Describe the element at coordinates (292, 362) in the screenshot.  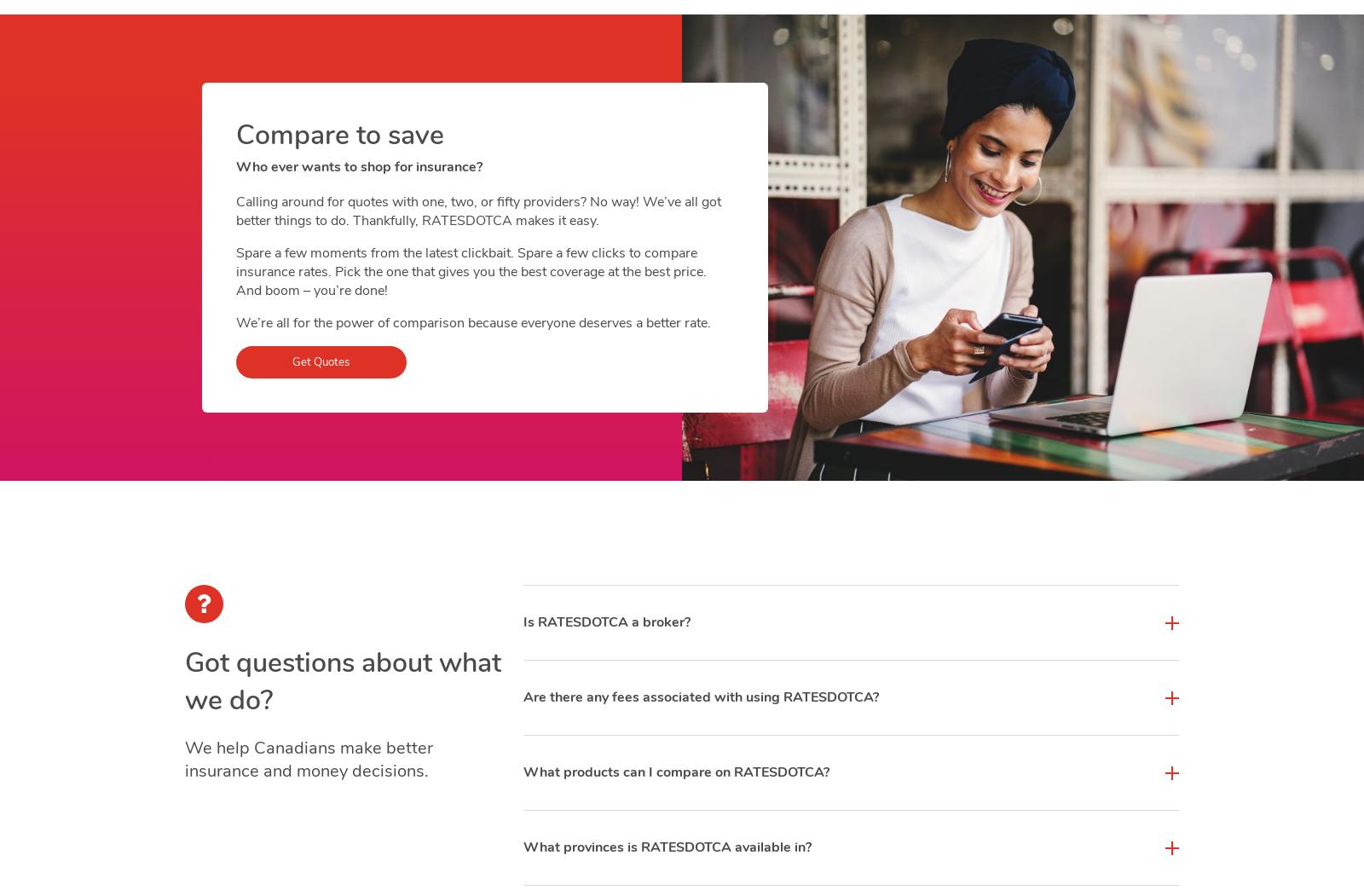
I see `'Get Quotes'` at that location.